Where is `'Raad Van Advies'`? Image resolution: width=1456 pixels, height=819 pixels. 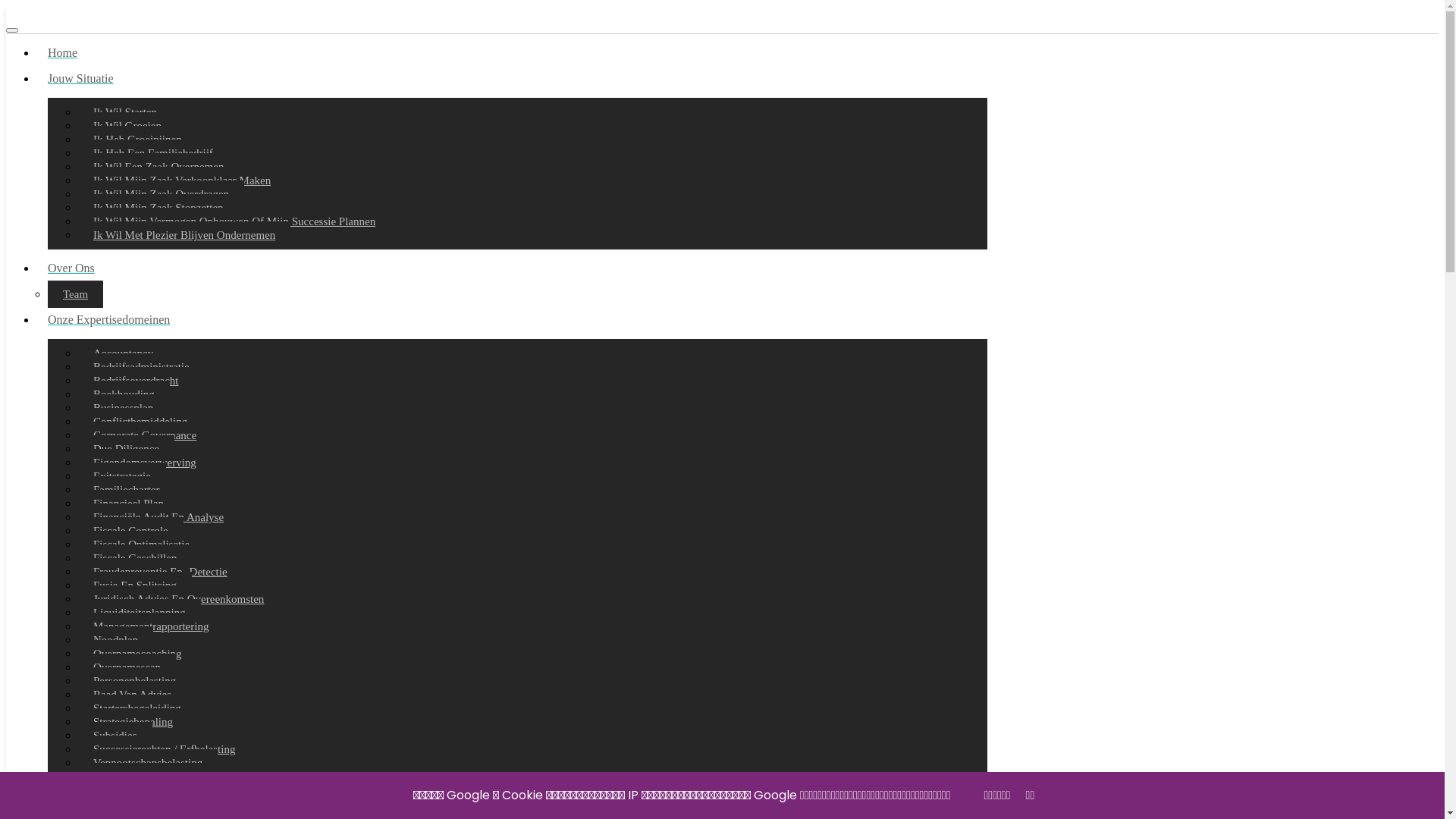 'Raad Van Advies' is located at coordinates (132, 694).